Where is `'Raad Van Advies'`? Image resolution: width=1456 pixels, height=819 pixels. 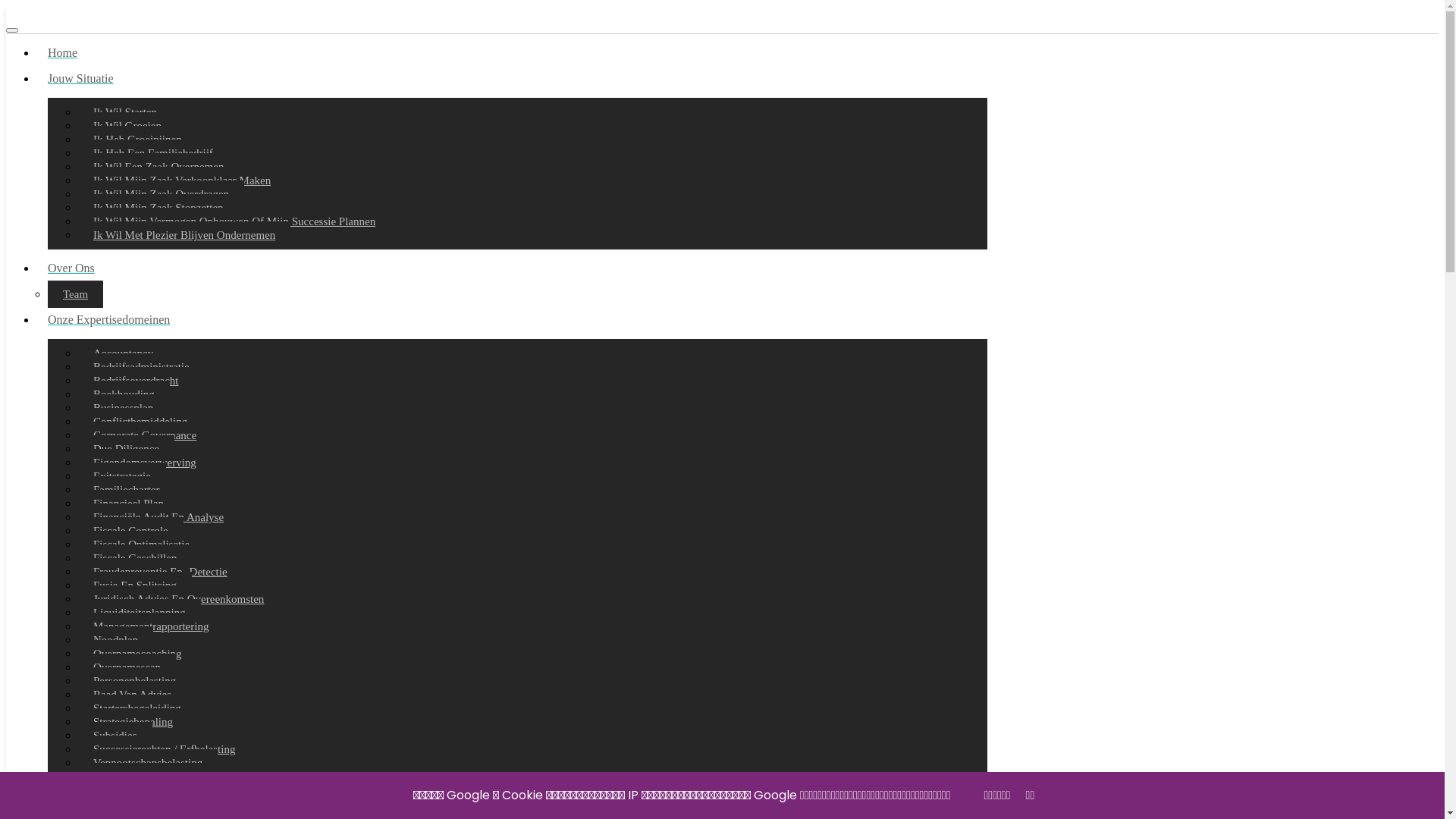 'Raad Van Advies' is located at coordinates (132, 694).